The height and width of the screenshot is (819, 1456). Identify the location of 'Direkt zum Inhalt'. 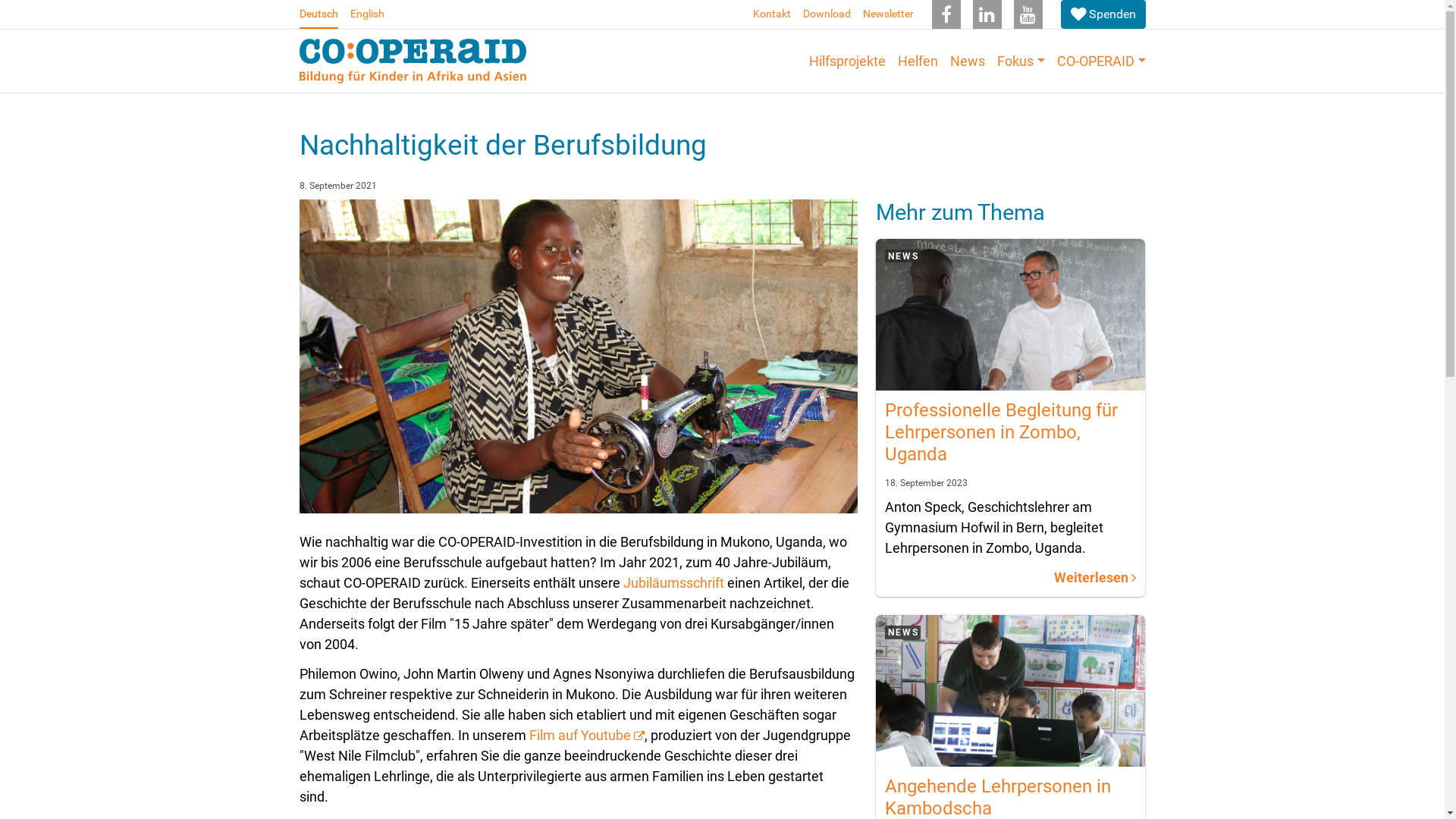
(0, 0).